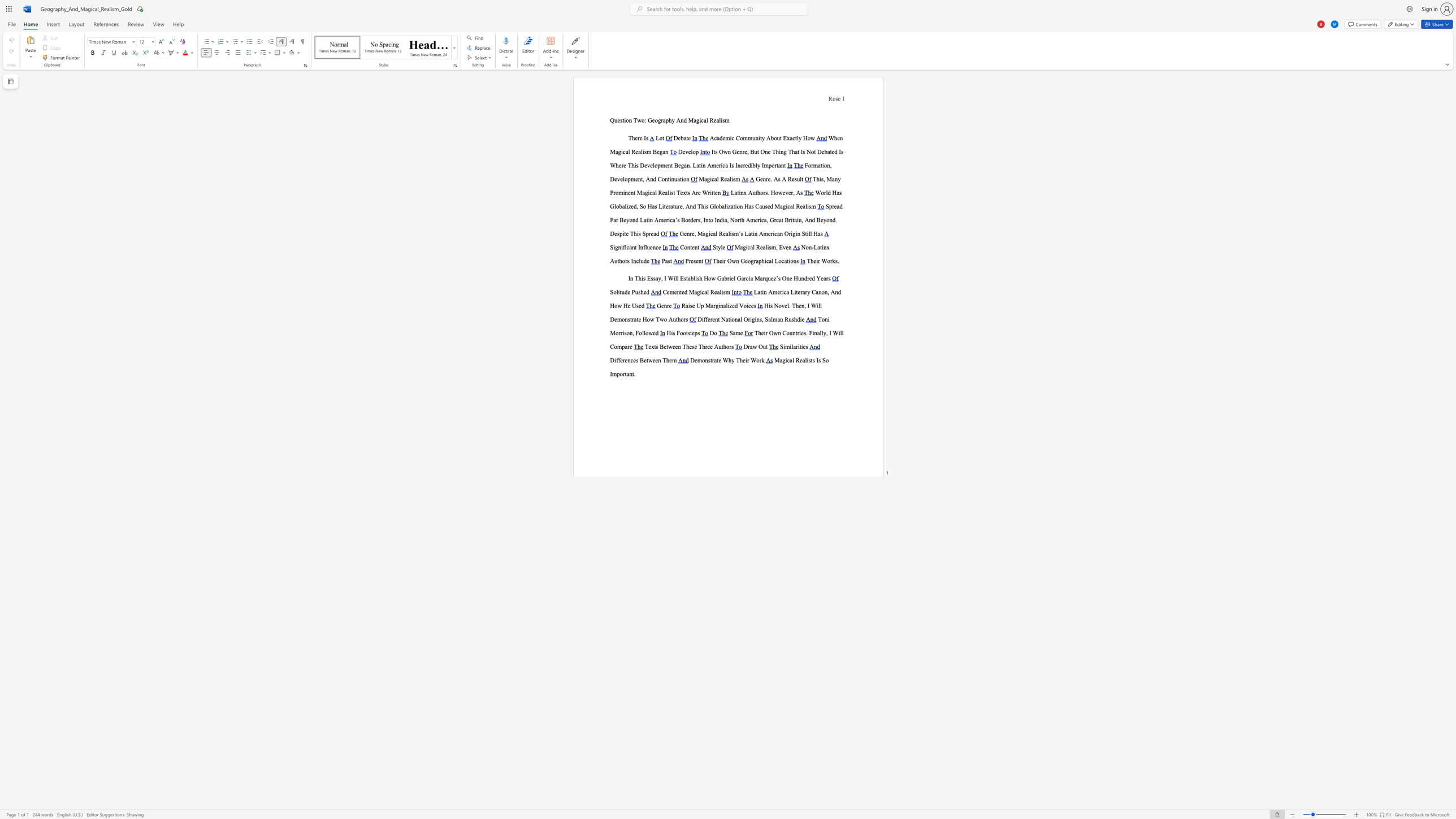 Image resolution: width=1456 pixels, height=819 pixels. Describe the element at coordinates (674, 164) in the screenshot. I see `the subset text "Began. Latin Americ" within the text "Its Own Genre, But One Thing That Is Not Debated Is Where This Development Began. Latin America Is Incredibly Important"` at that location.